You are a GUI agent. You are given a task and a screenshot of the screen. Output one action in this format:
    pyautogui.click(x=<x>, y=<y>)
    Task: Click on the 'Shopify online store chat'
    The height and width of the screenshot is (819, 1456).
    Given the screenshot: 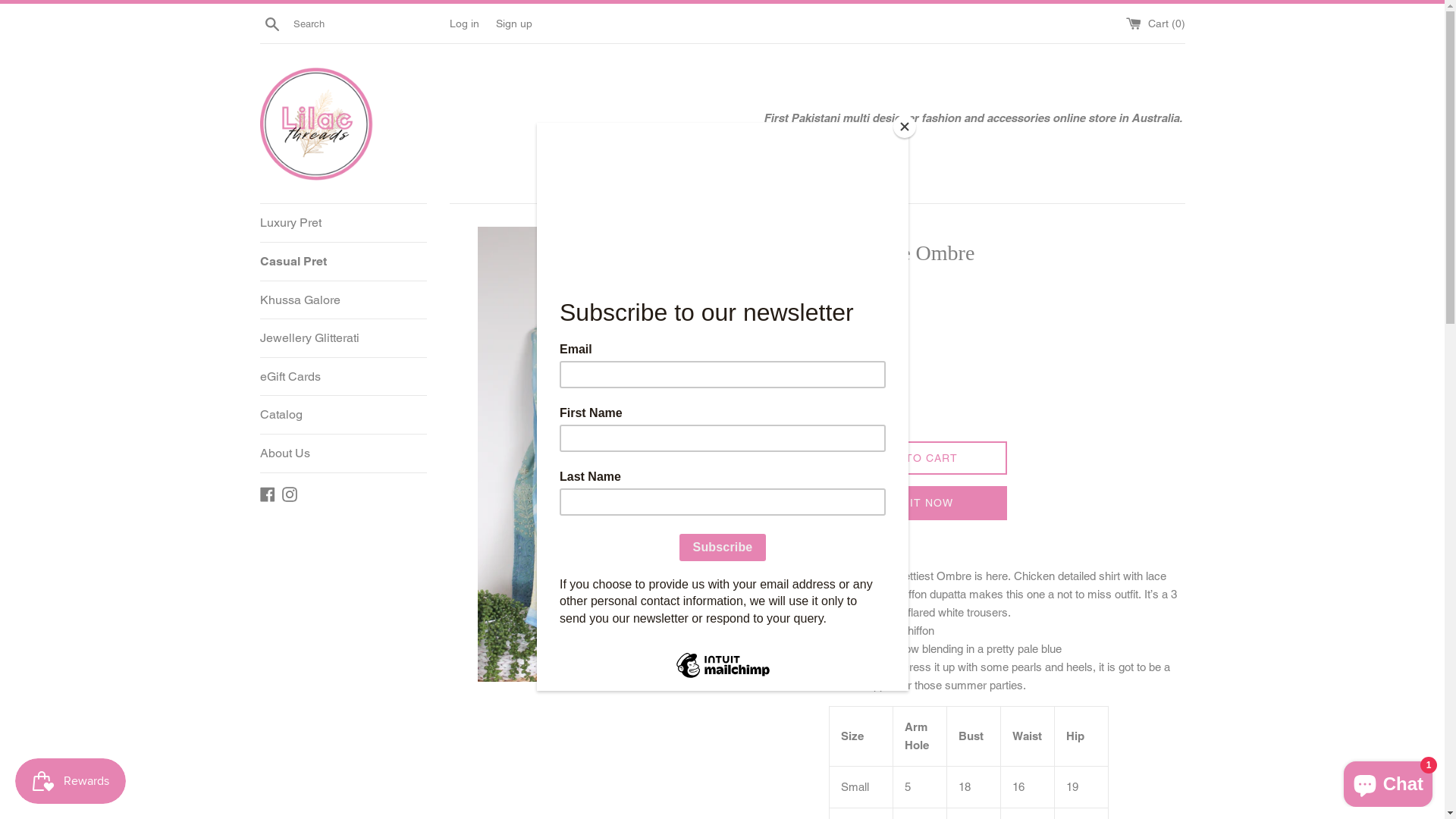 What is the action you would take?
    pyautogui.click(x=1388, y=780)
    